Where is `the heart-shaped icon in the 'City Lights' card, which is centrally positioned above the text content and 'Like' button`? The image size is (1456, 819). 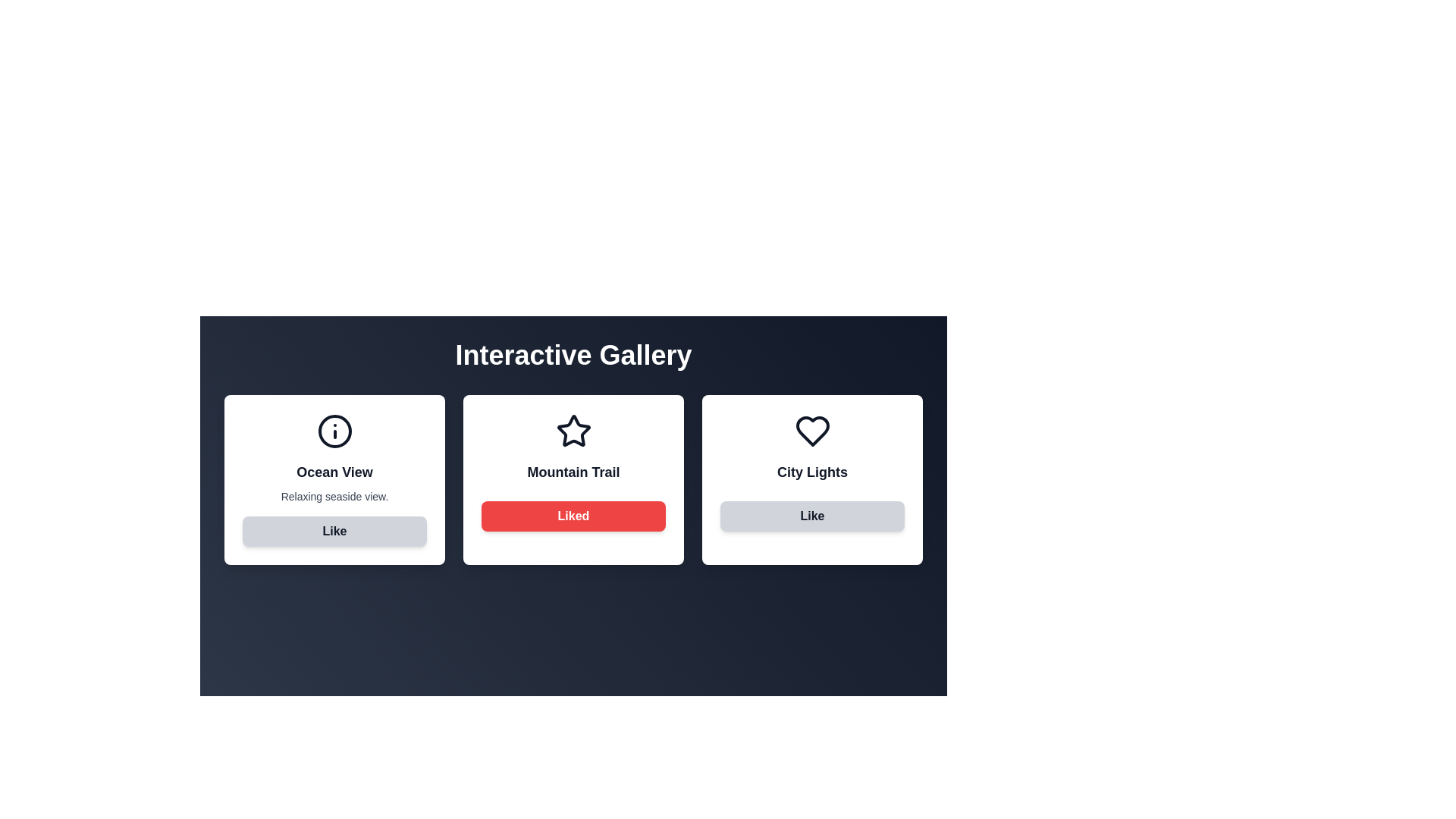
the heart-shaped icon in the 'City Lights' card, which is centrally positioned above the text content and 'Like' button is located at coordinates (811, 431).